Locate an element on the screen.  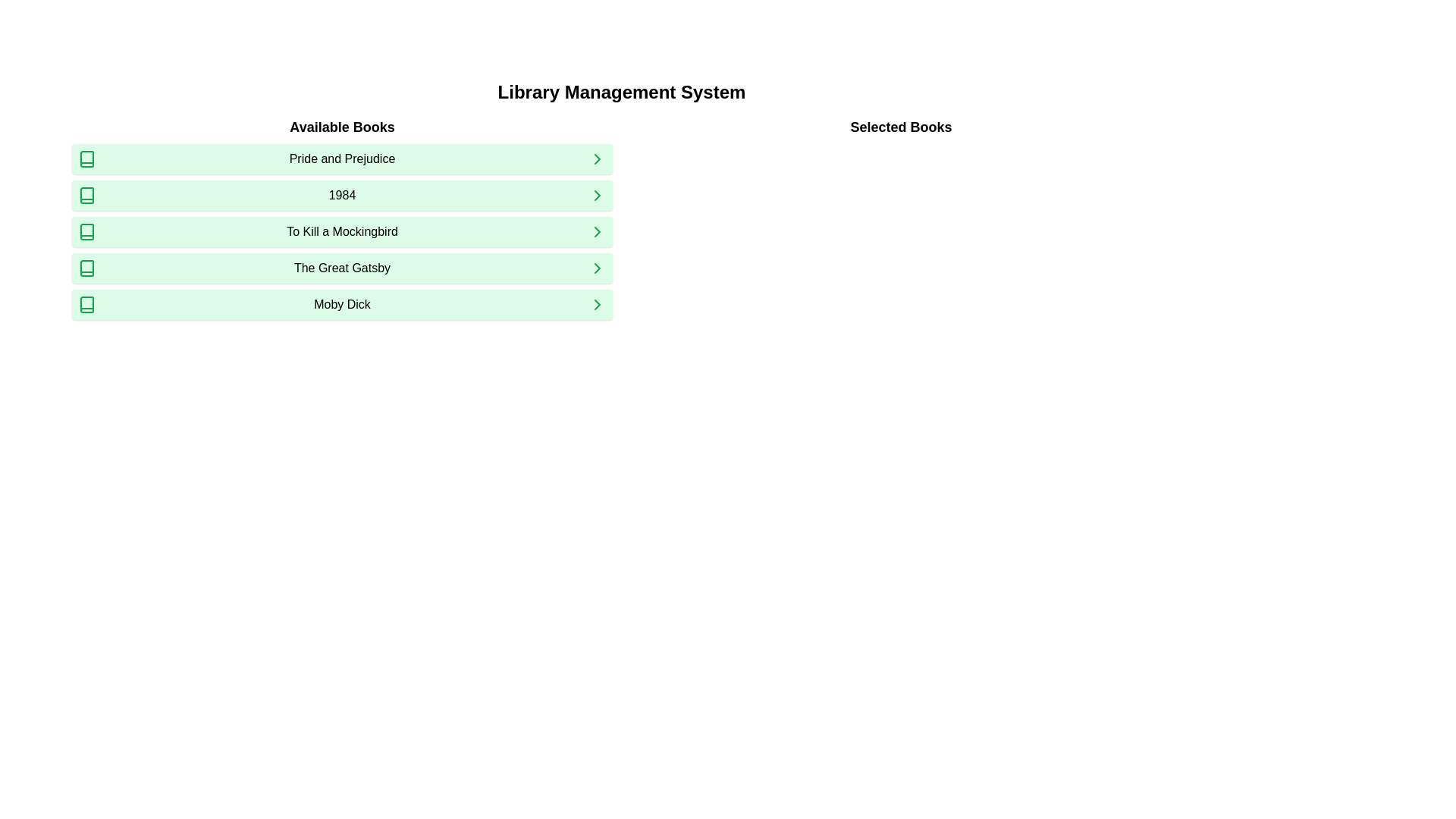
the navigational icon on the far right of the row containing 'To Kill a Mockingbird' in the 'Available Books' column is located at coordinates (596, 231).